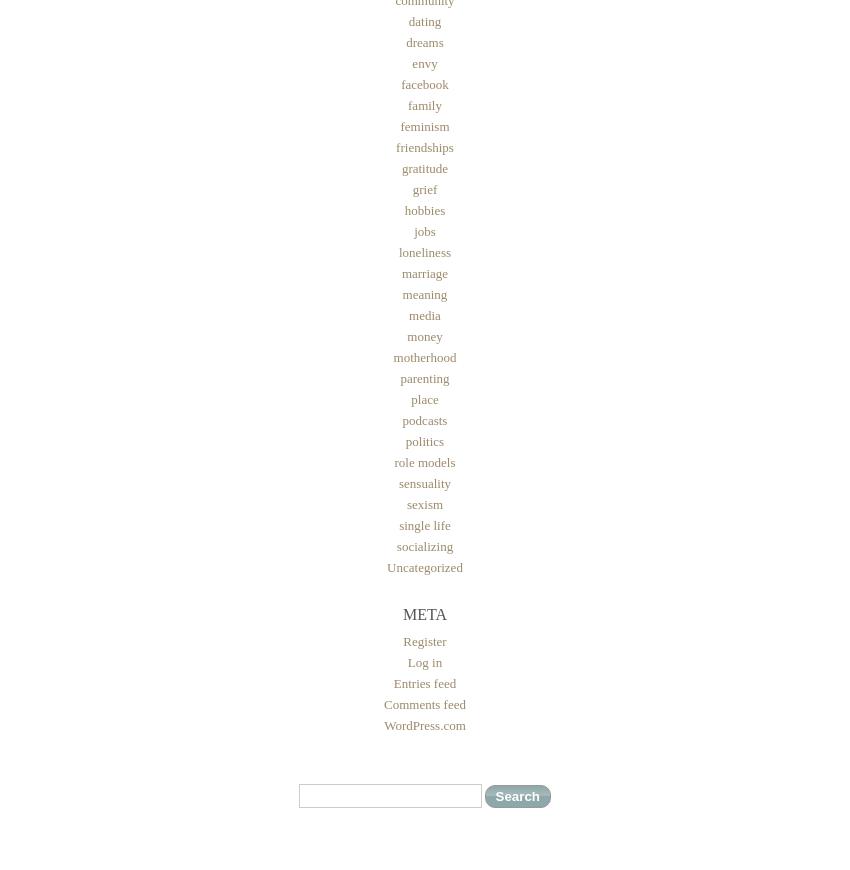 The image size is (850, 870). Describe the element at coordinates (424, 83) in the screenshot. I see `'facebook'` at that location.